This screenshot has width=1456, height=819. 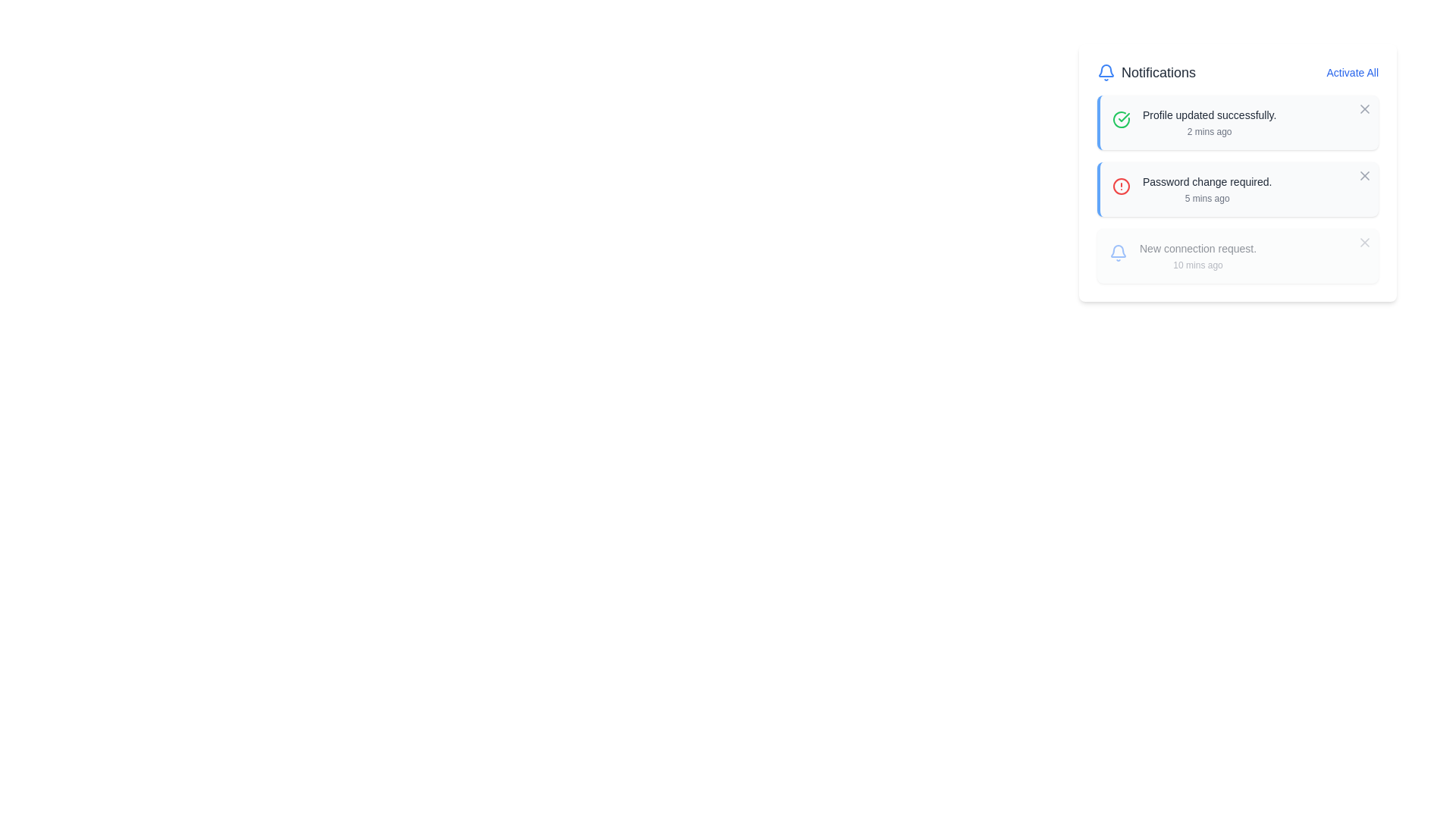 I want to click on the close button in the top-right corner of the notification card titled 'Profile updated successfully. 2 mins ago', so click(x=1365, y=108).